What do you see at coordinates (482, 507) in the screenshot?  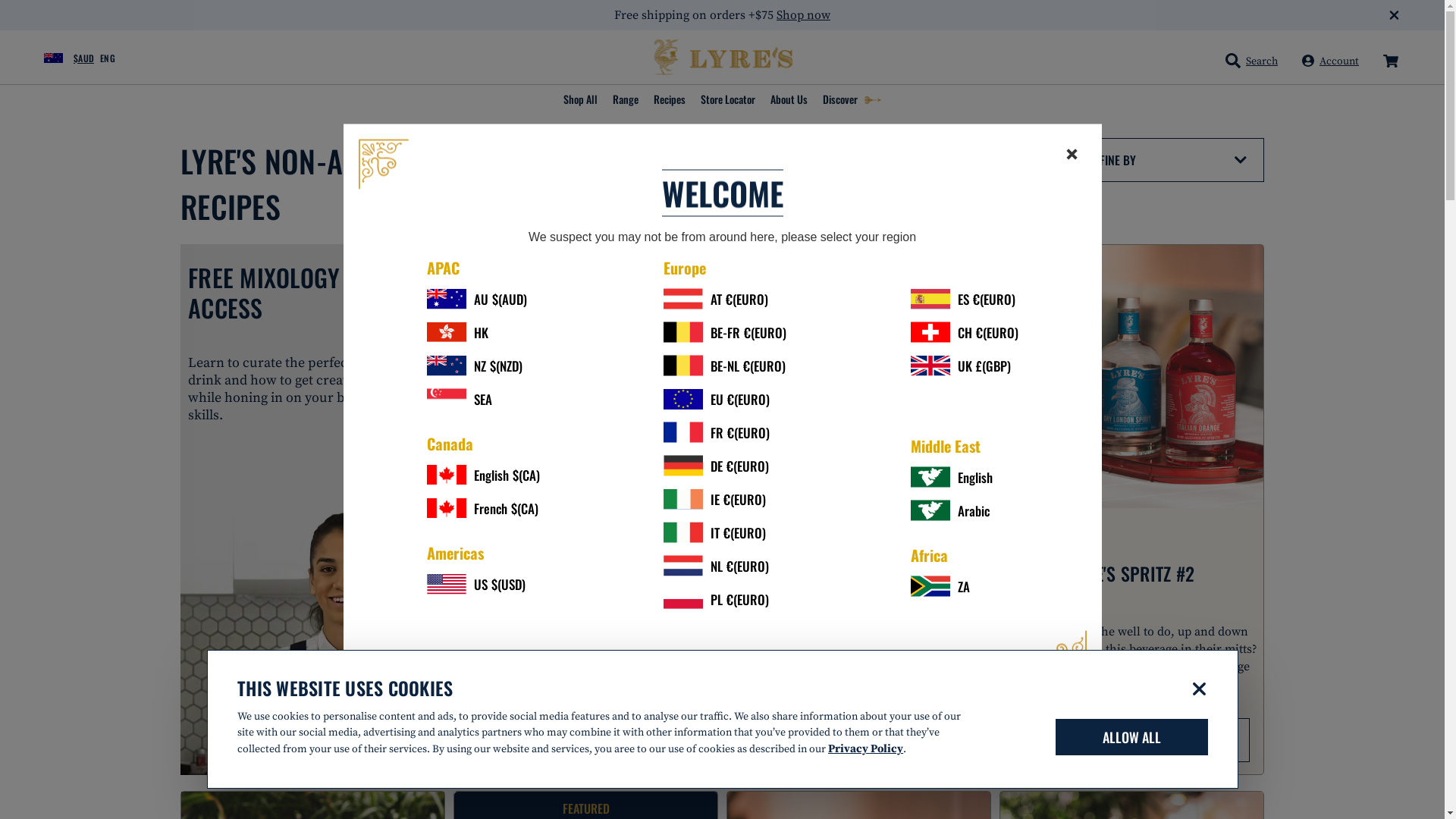 I see `'French` at bounding box center [482, 507].